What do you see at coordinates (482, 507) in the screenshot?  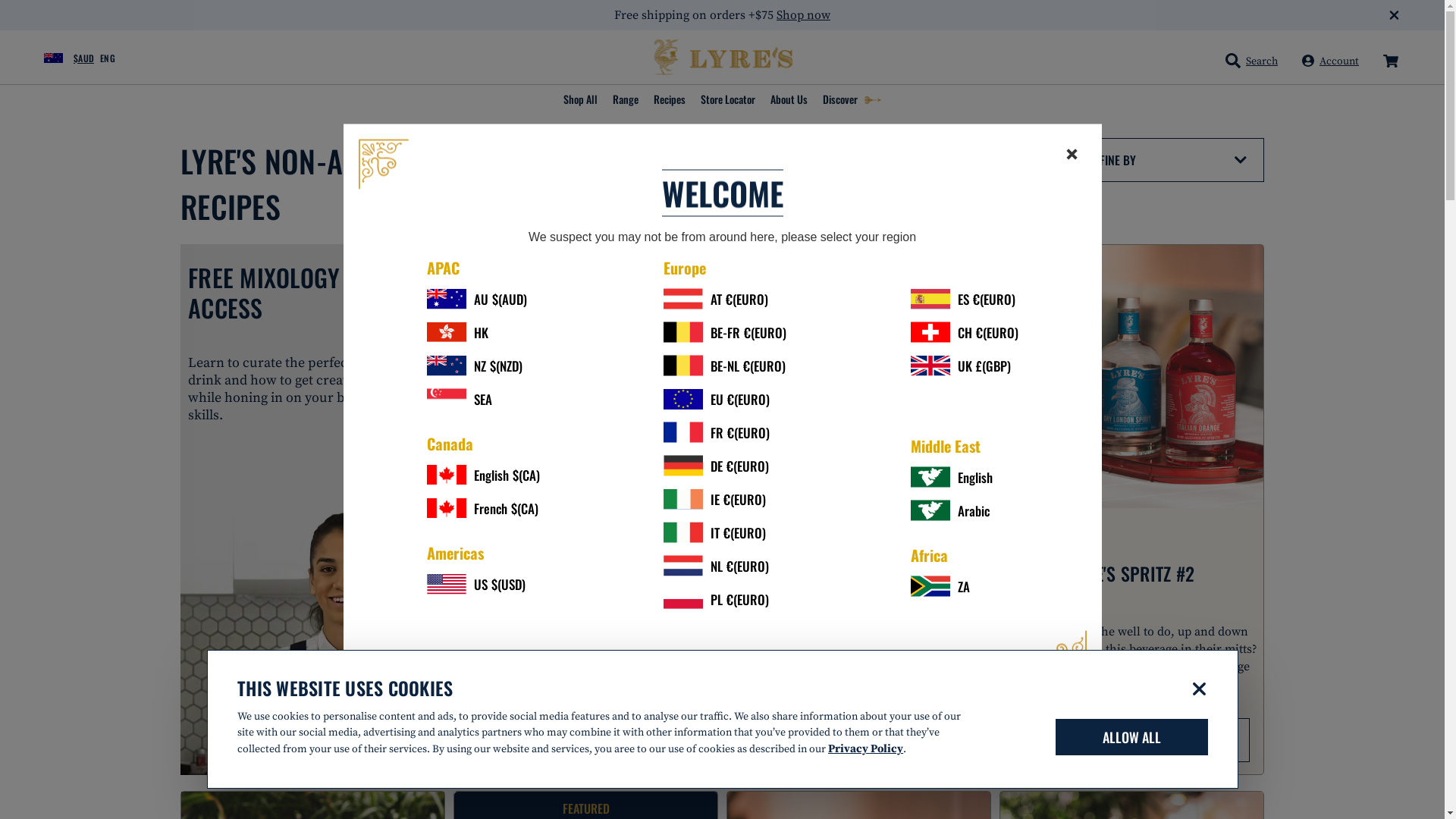 I see `'French` at bounding box center [482, 507].